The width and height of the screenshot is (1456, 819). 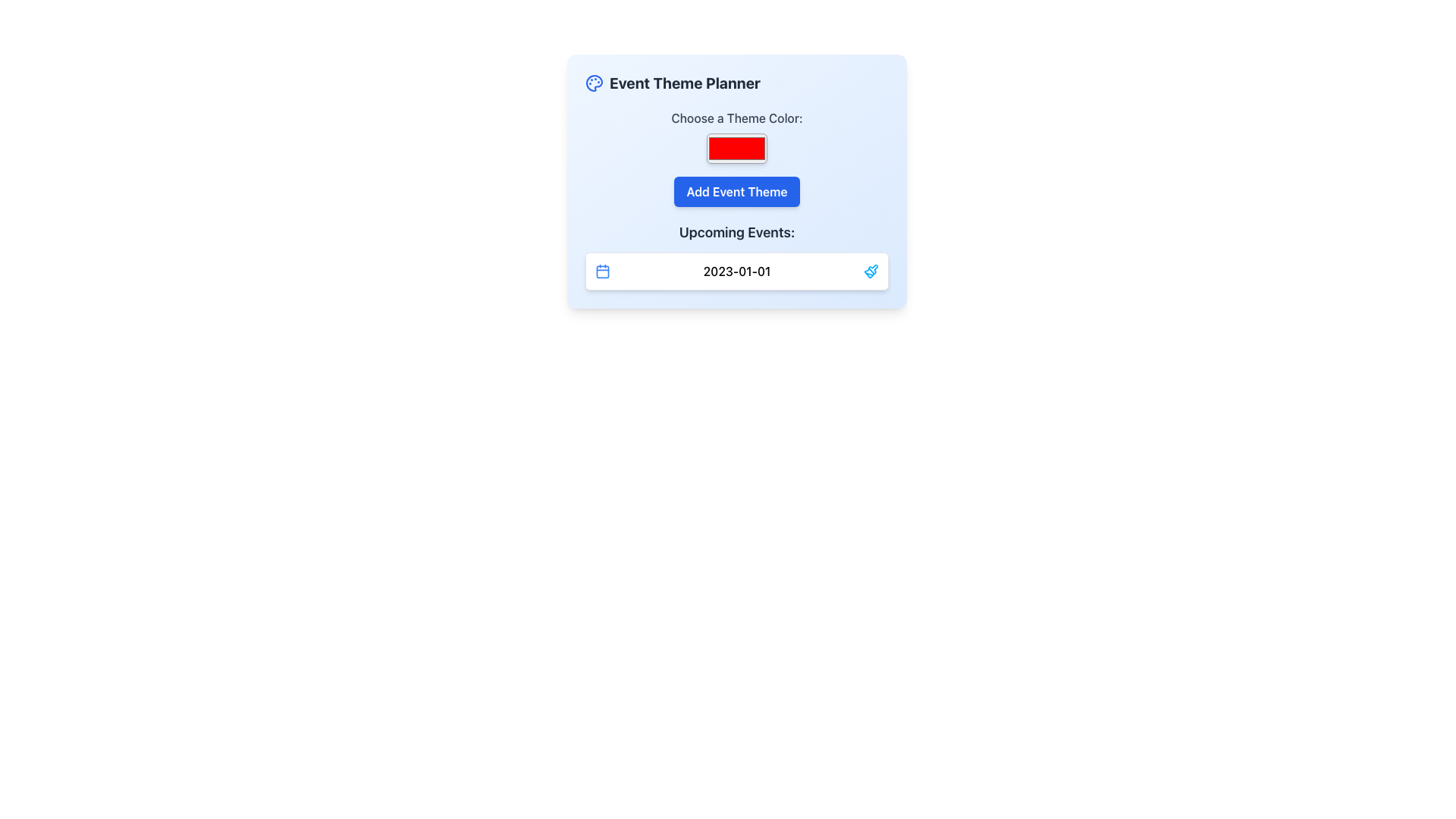 What do you see at coordinates (871, 271) in the screenshot?
I see `the interactive icon located beneath the text '2023-01-01' to initiate an editing action` at bounding box center [871, 271].